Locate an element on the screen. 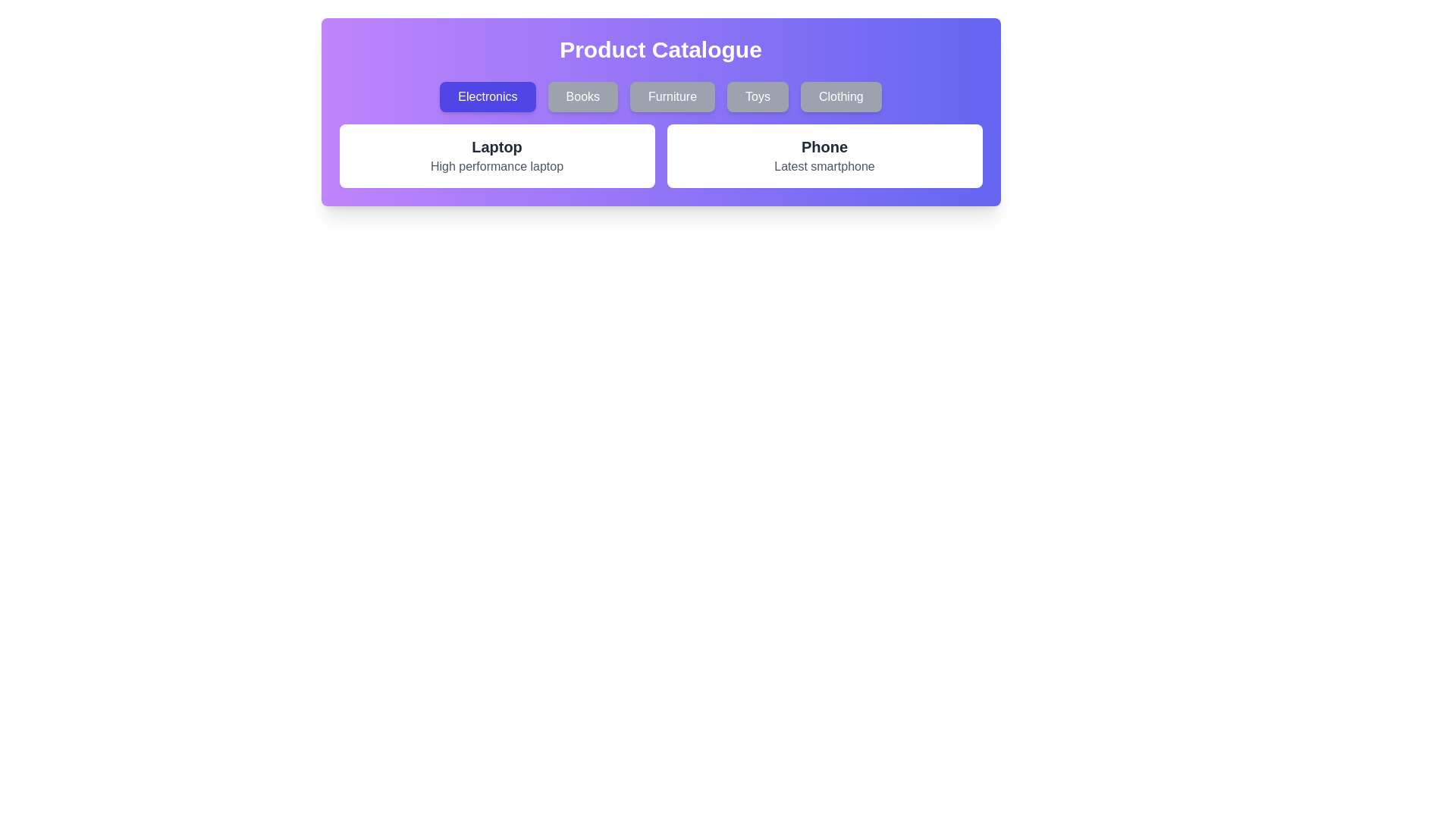 Image resolution: width=1456 pixels, height=819 pixels. the product card for Phone is located at coordinates (824, 155).